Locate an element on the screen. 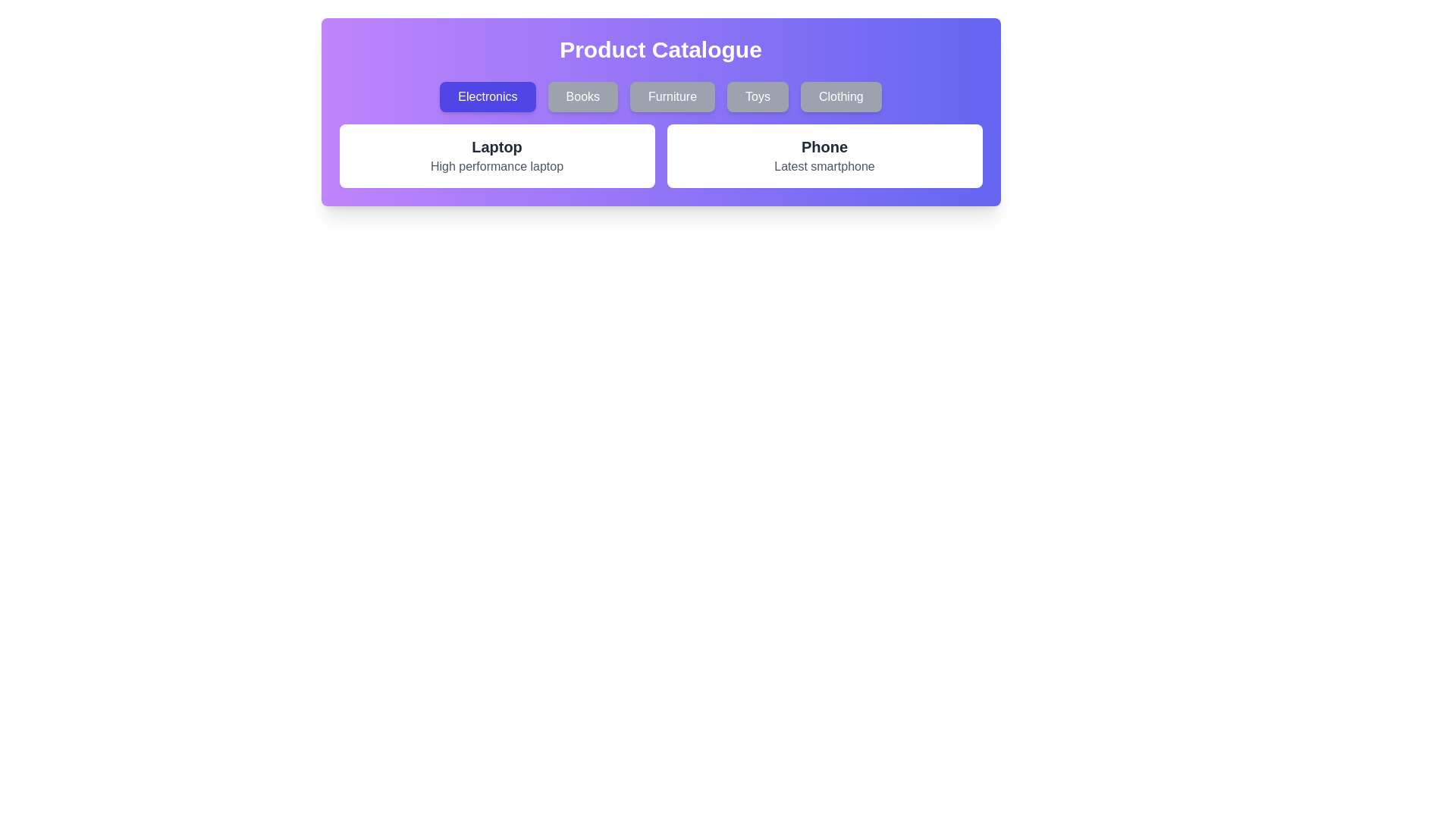 Image resolution: width=1456 pixels, height=819 pixels. the product card for Phone is located at coordinates (824, 155).